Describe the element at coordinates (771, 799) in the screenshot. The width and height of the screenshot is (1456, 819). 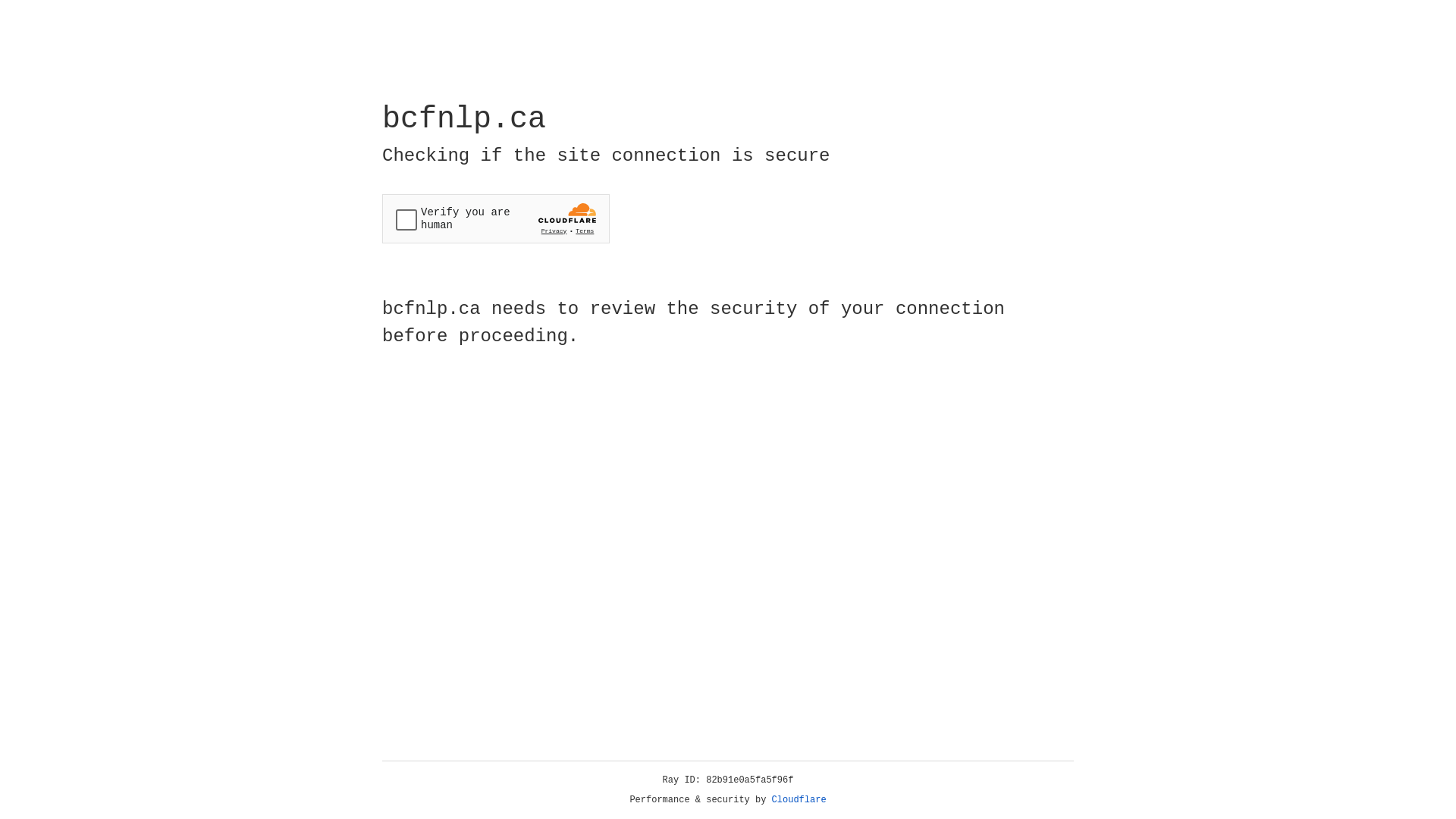
I see `'Cloudflare'` at that location.